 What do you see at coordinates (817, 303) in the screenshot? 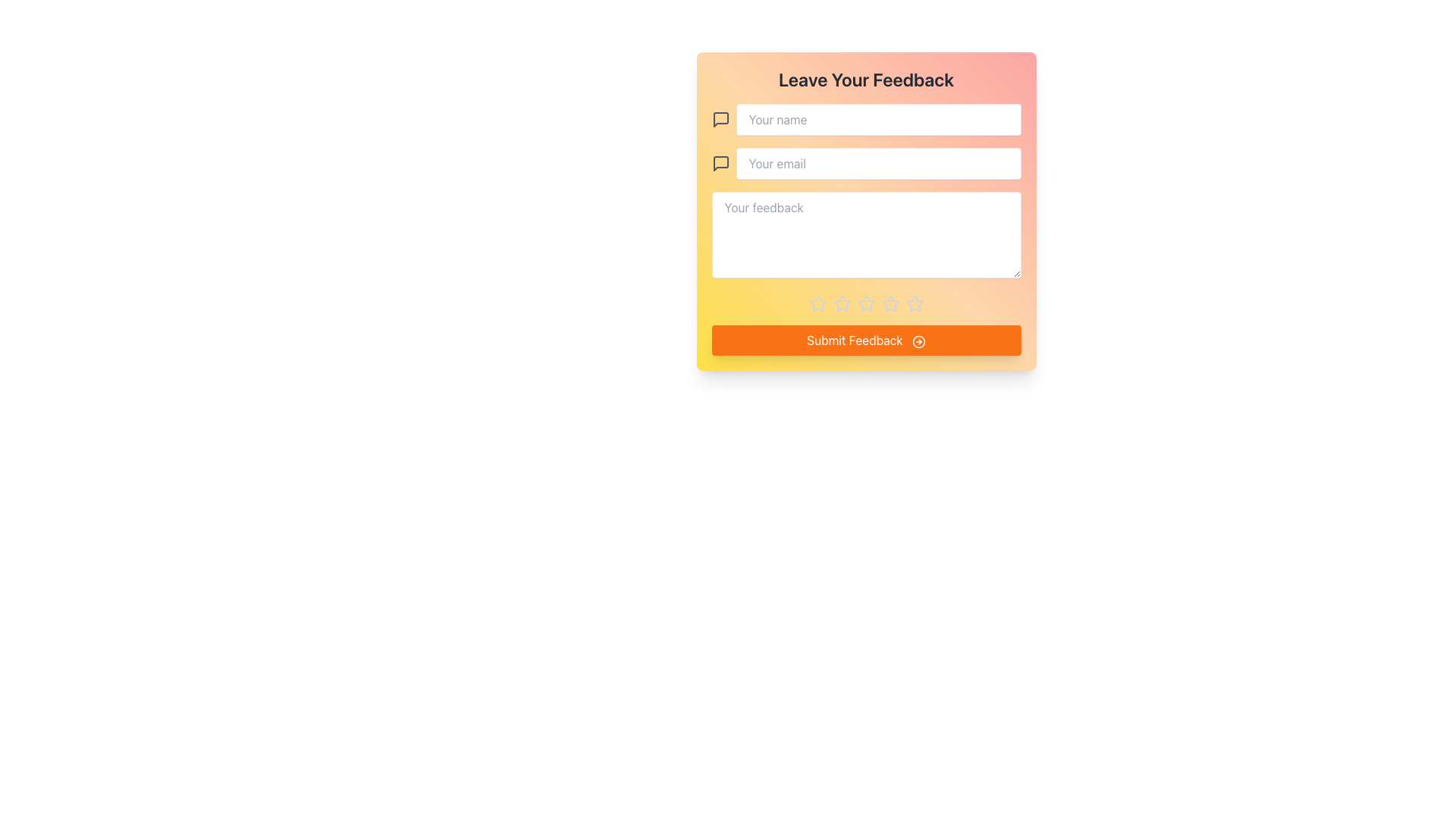
I see `the first star in the Star Rating Icon row` at bounding box center [817, 303].